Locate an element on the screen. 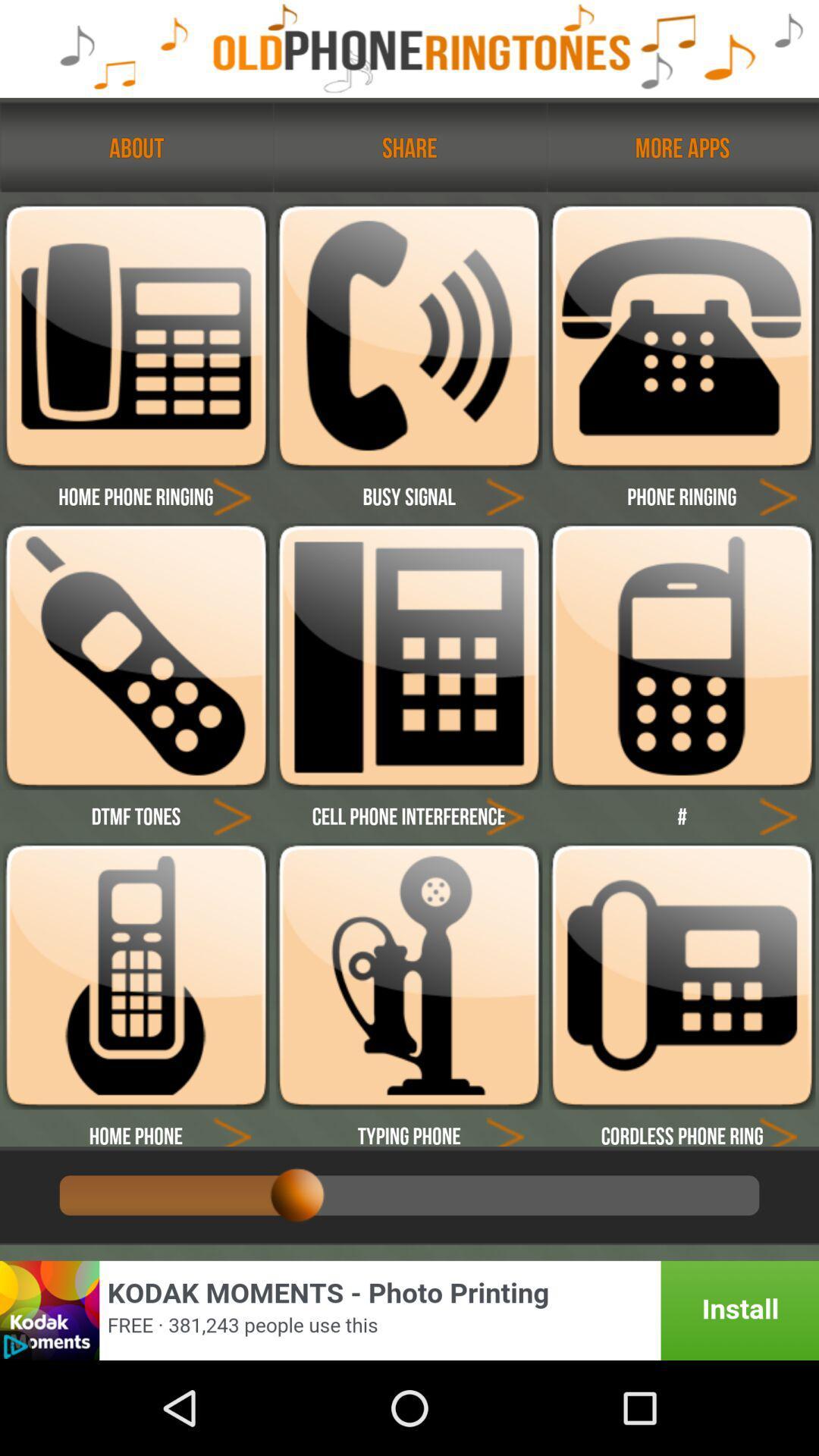 This screenshot has width=819, height=1456. phone ringing is located at coordinates (778, 496).